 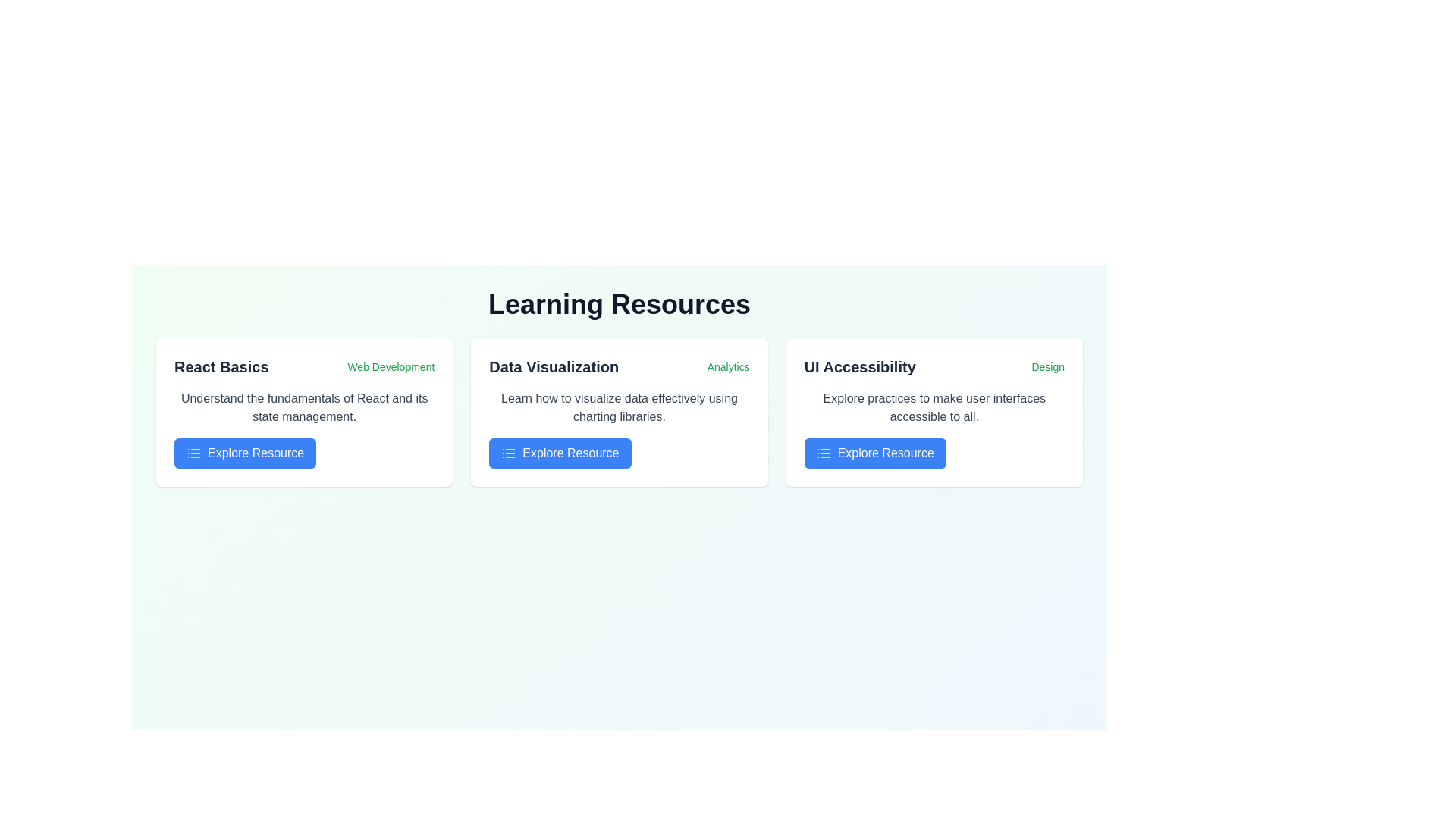 What do you see at coordinates (823, 452) in the screenshot?
I see `the icon representing list or menu functionality located centrally within the 'Explore Resource' button in the third card labeled 'UI Accessibility'` at bounding box center [823, 452].